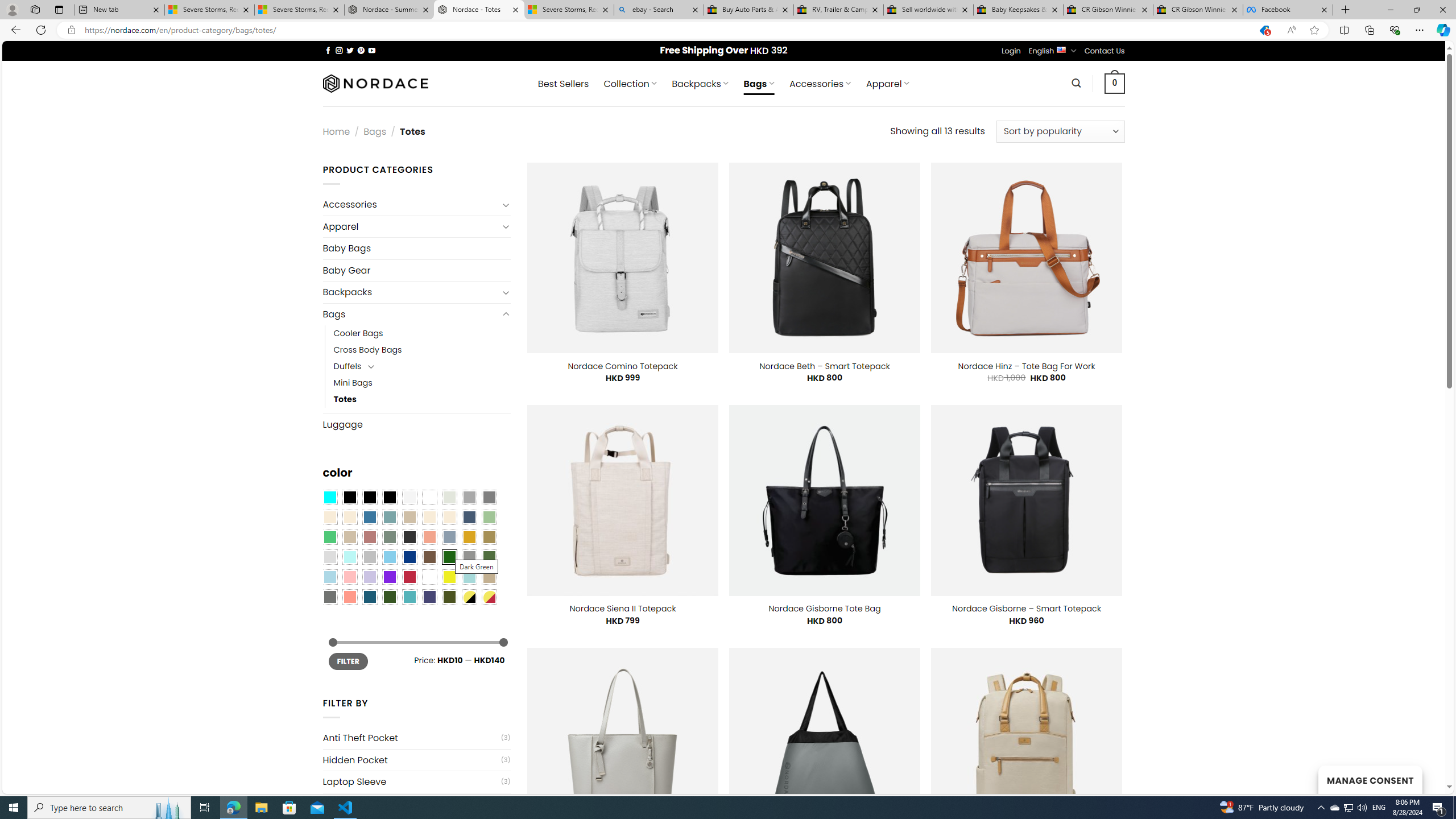 This screenshot has width=1456, height=819. What do you see at coordinates (408, 577) in the screenshot?
I see `'Red'` at bounding box center [408, 577].